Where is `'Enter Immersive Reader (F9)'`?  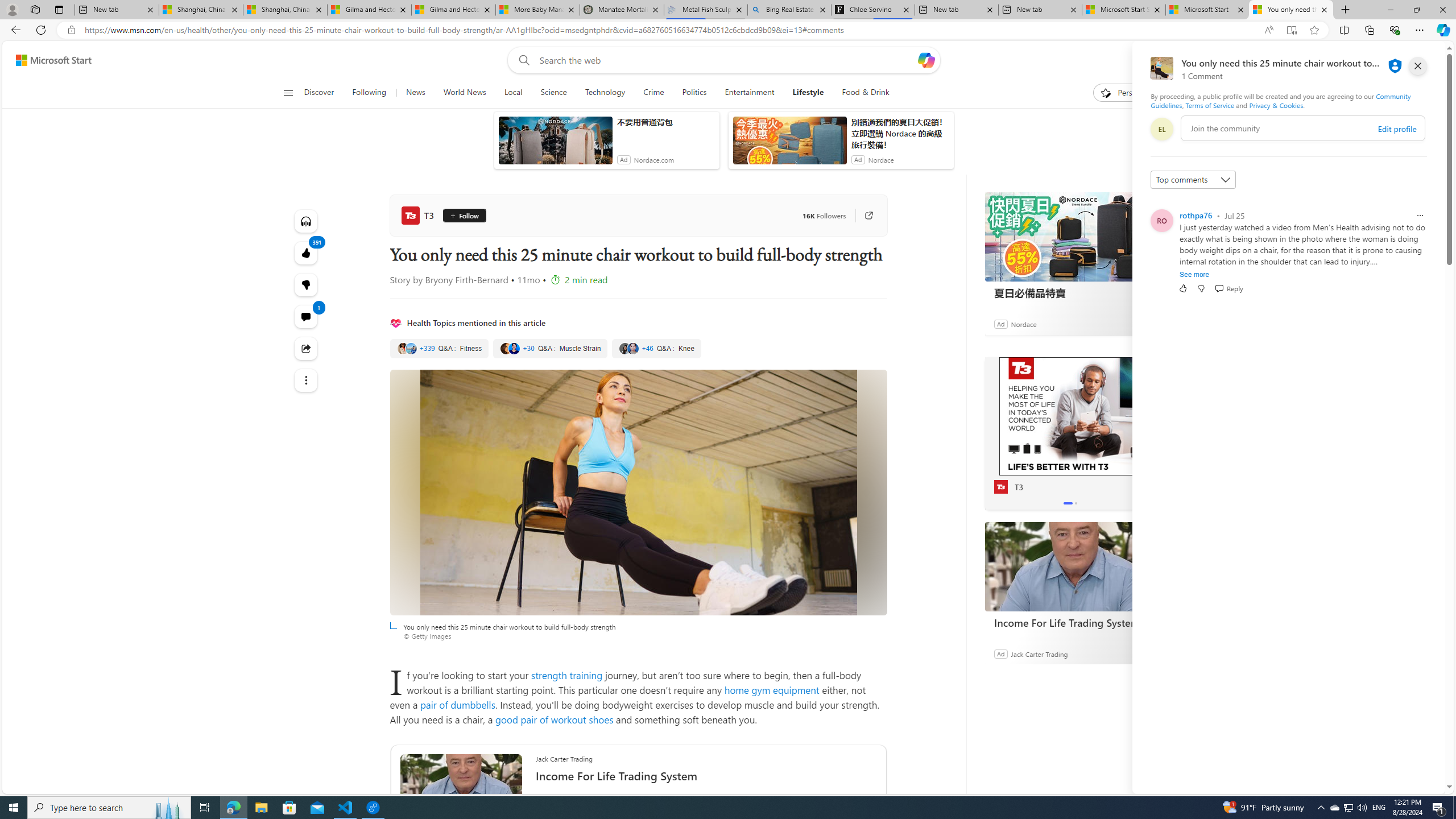
'Enter Immersive Reader (F9)' is located at coordinates (1291, 30).